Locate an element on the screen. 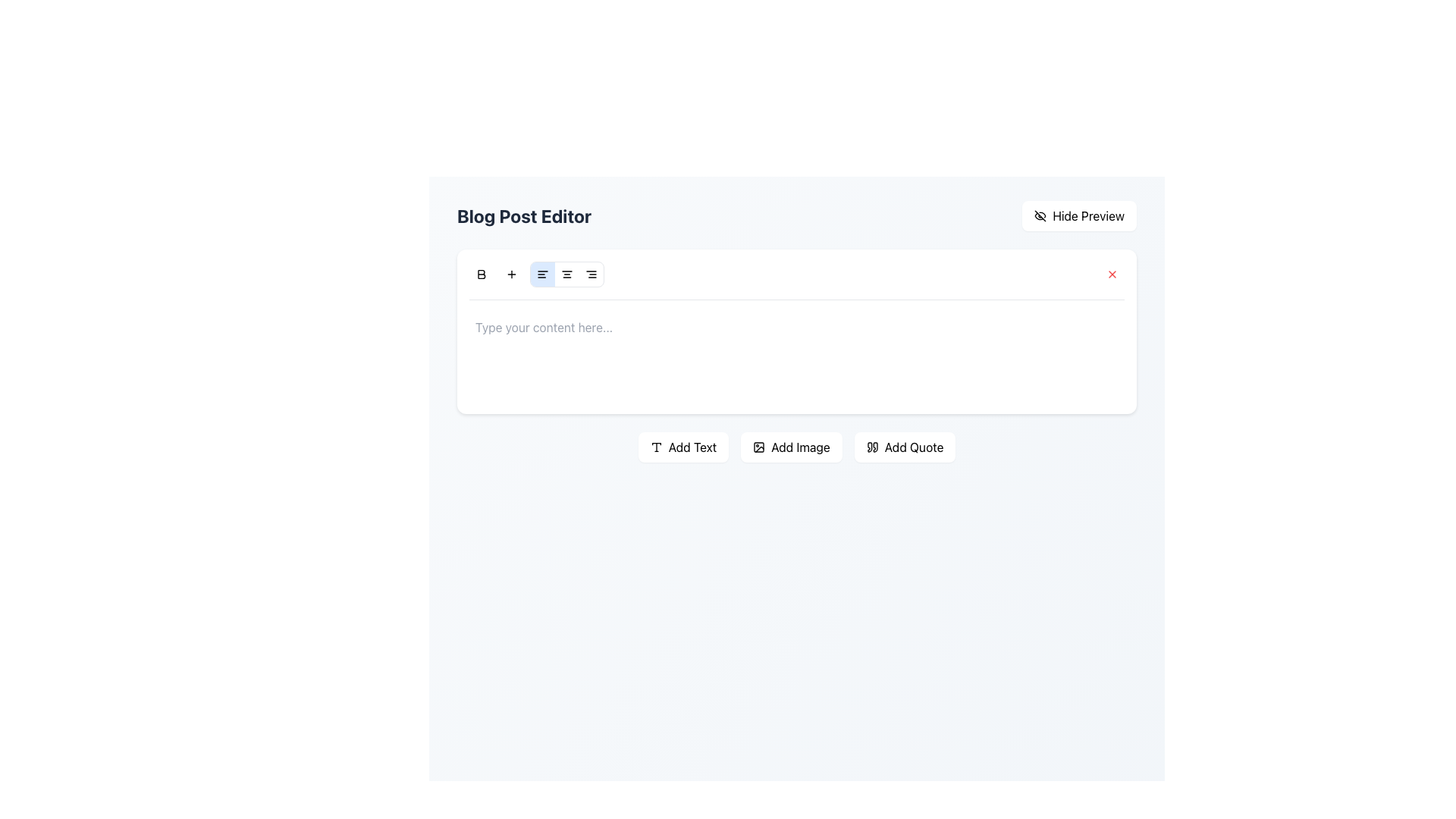  the Graphic SVG rectangle that serves as a visual element in an SVG graphic, contributing to the representation of an icon is located at coordinates (759, 447).